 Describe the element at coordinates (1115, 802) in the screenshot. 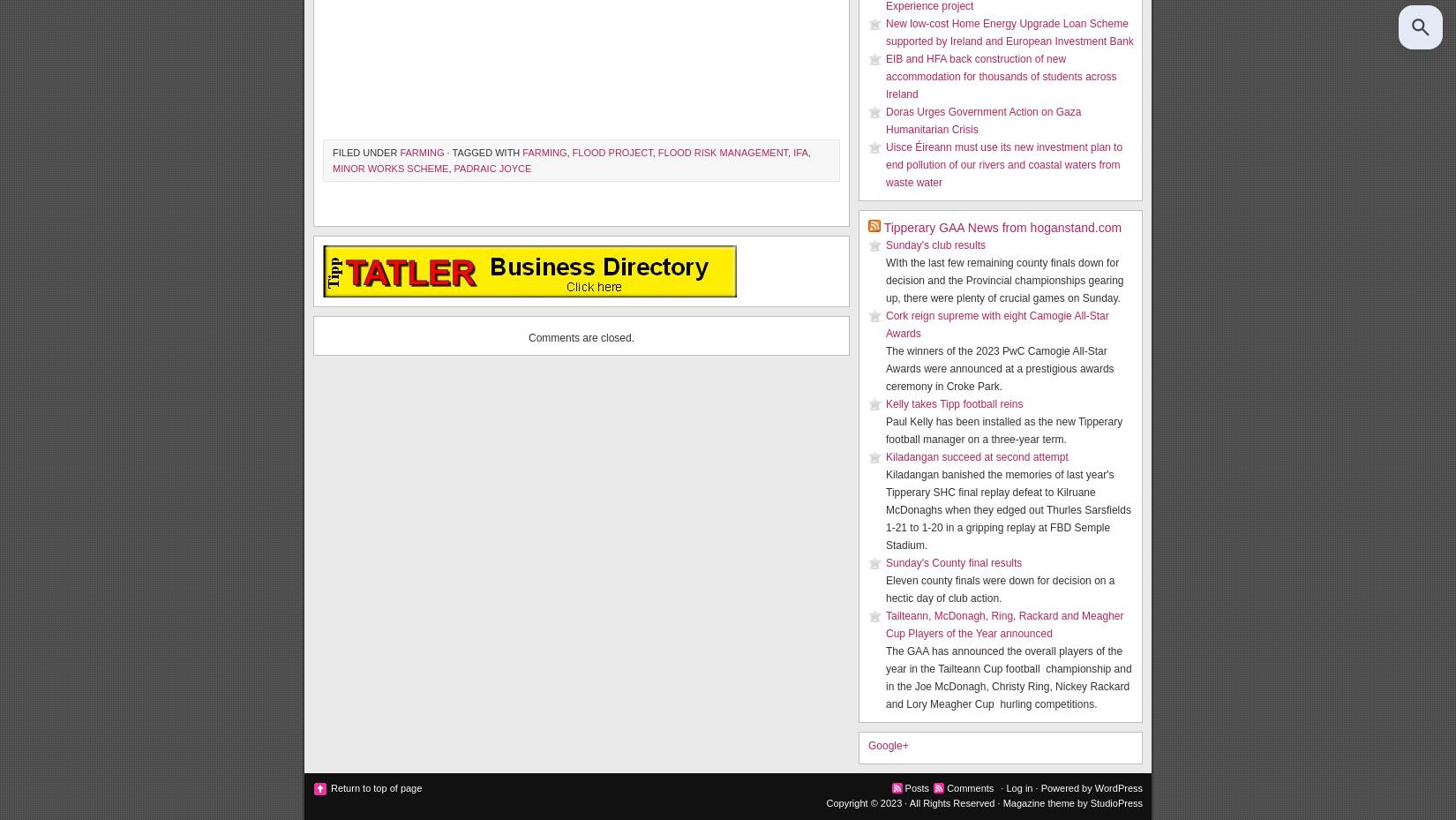

I see `'StudioPress'` at that location.